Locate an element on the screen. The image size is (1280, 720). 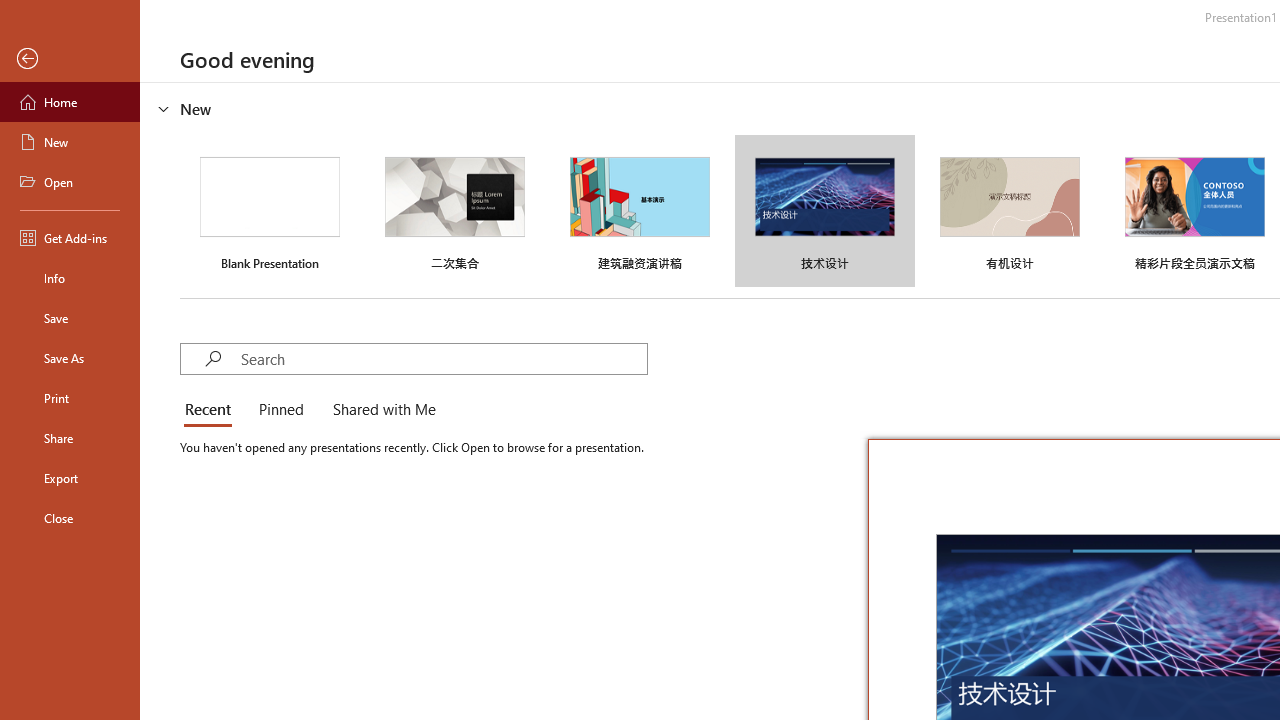
'Print' is located at coordinates (69, 398).